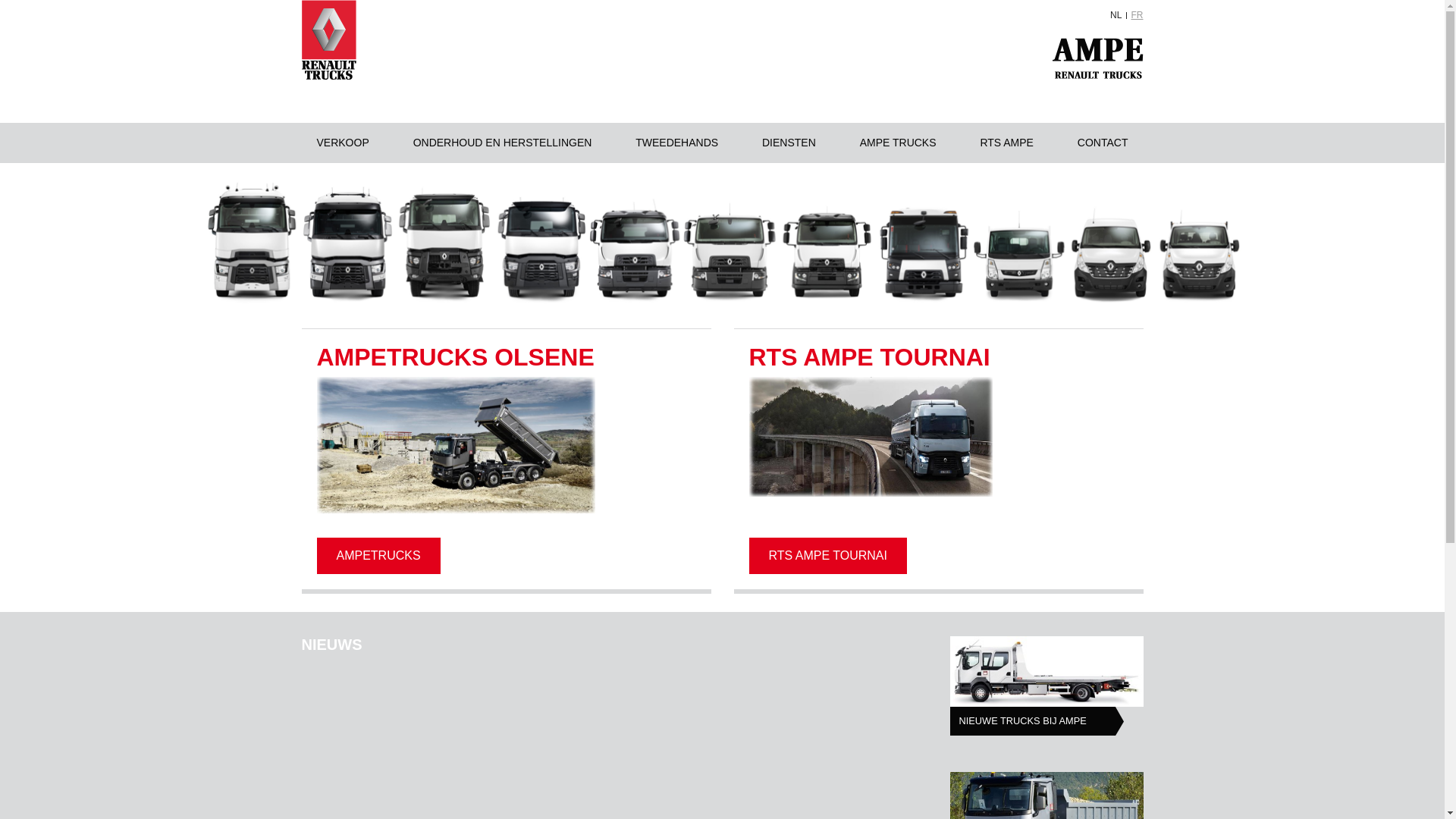 The width and height of the screenshot is (1456, 819). Describe the element at coordinates (502, 143) in the screenshot. I see `'ONDERHOUD EN HERSTELLINGEN'` at that location.